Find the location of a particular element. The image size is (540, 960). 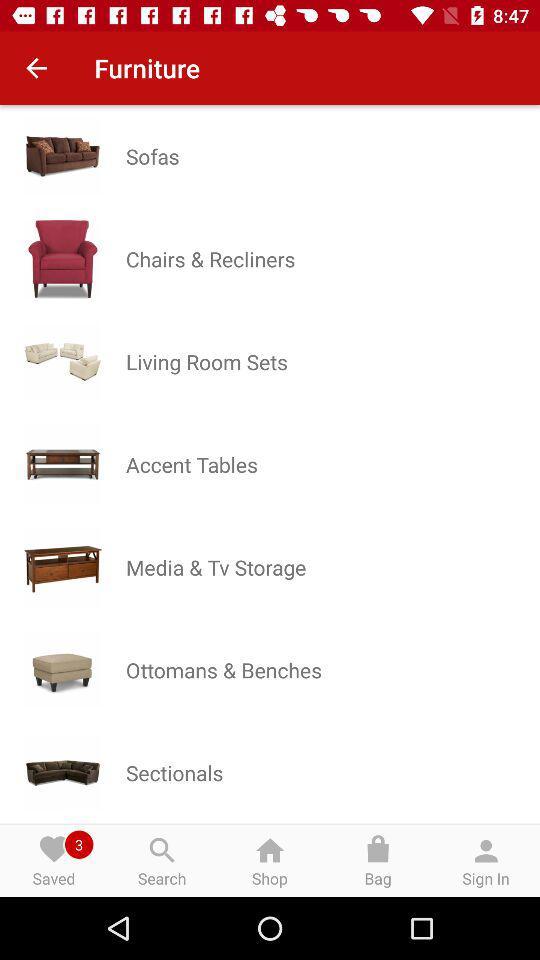

item next to the furniture is located at coordinates (36, 68).